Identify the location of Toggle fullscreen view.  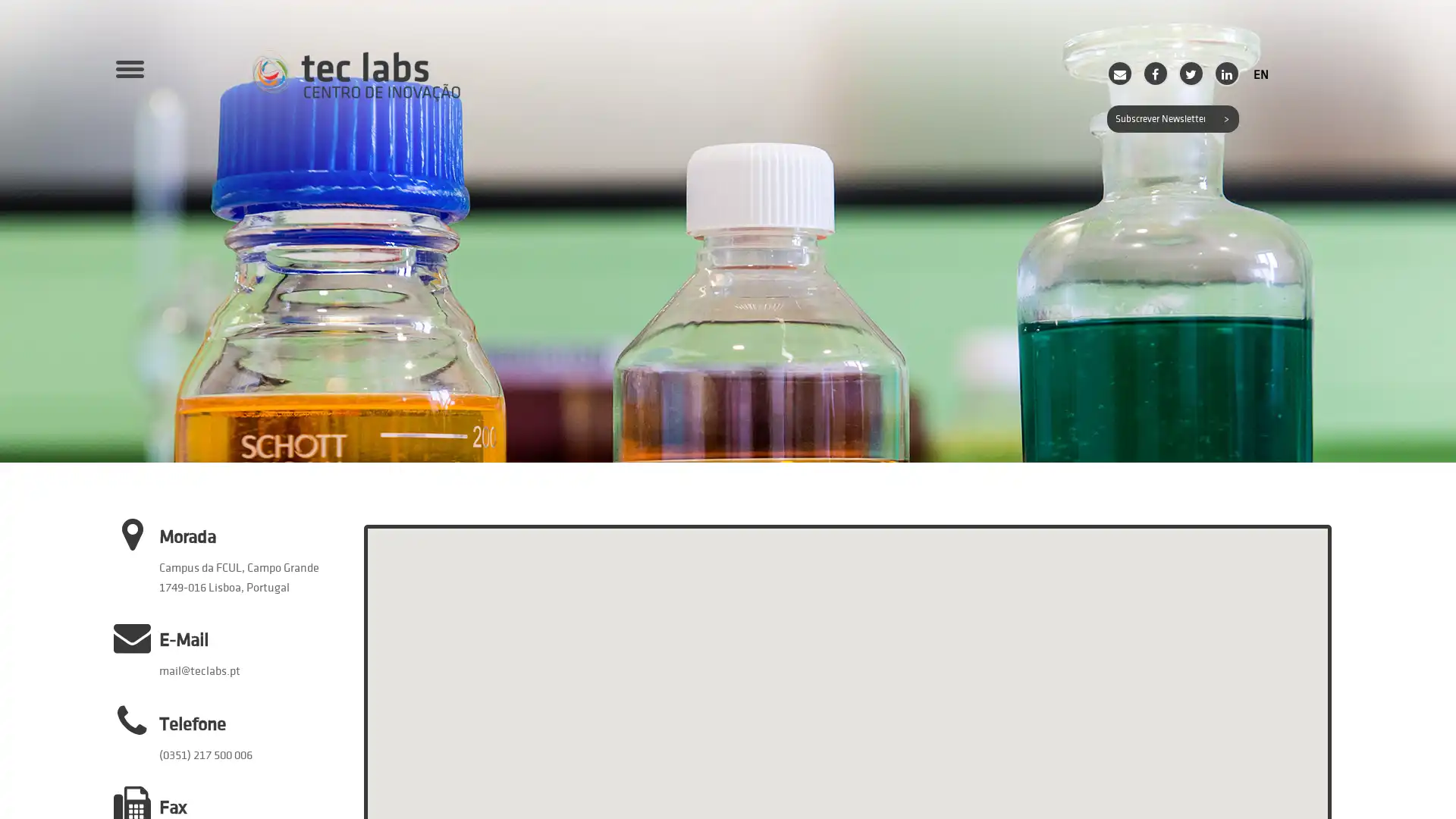
(1303, 551).